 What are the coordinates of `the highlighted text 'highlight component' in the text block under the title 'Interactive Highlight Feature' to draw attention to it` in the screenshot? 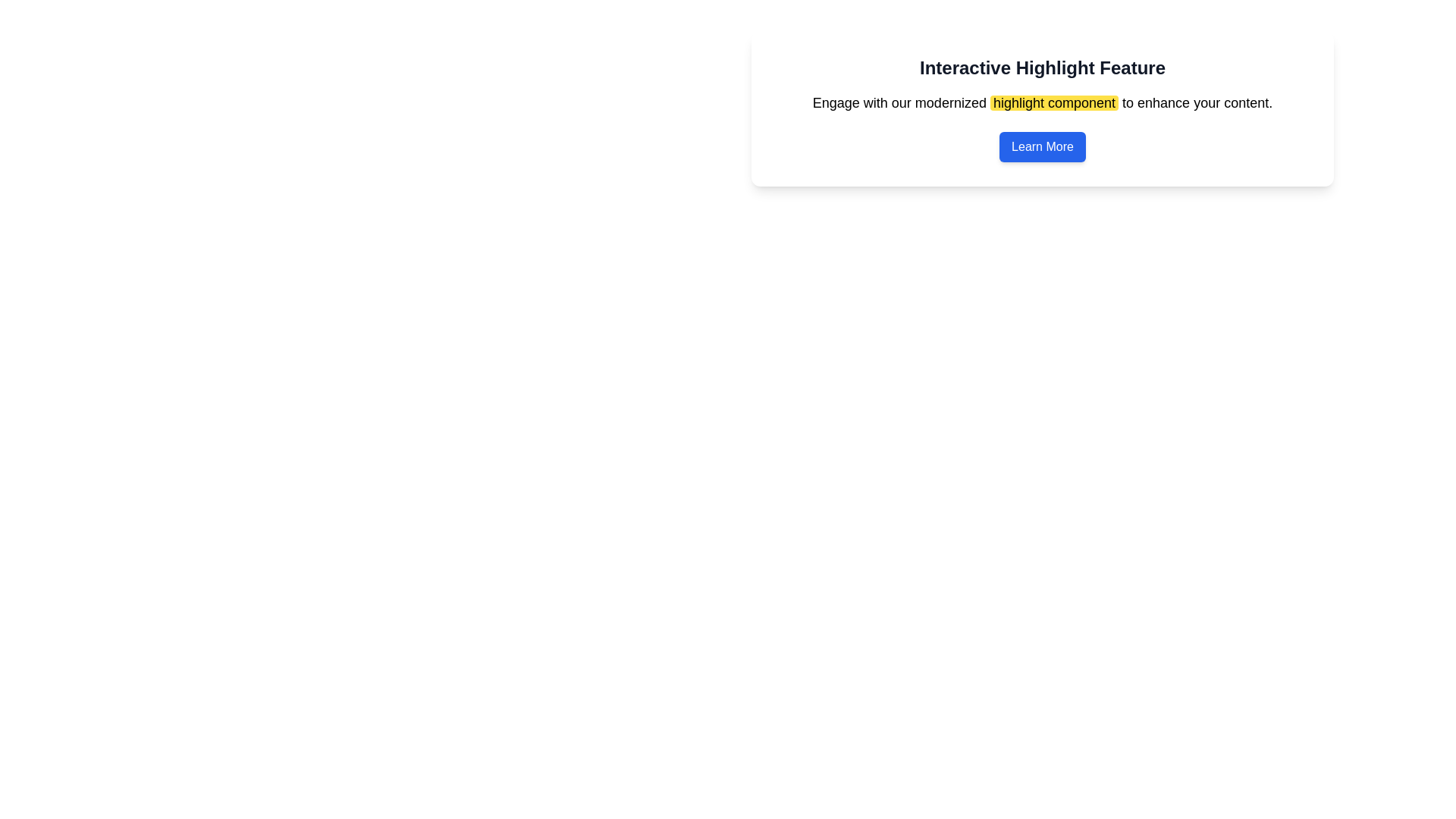 It's located at (1053, 102).